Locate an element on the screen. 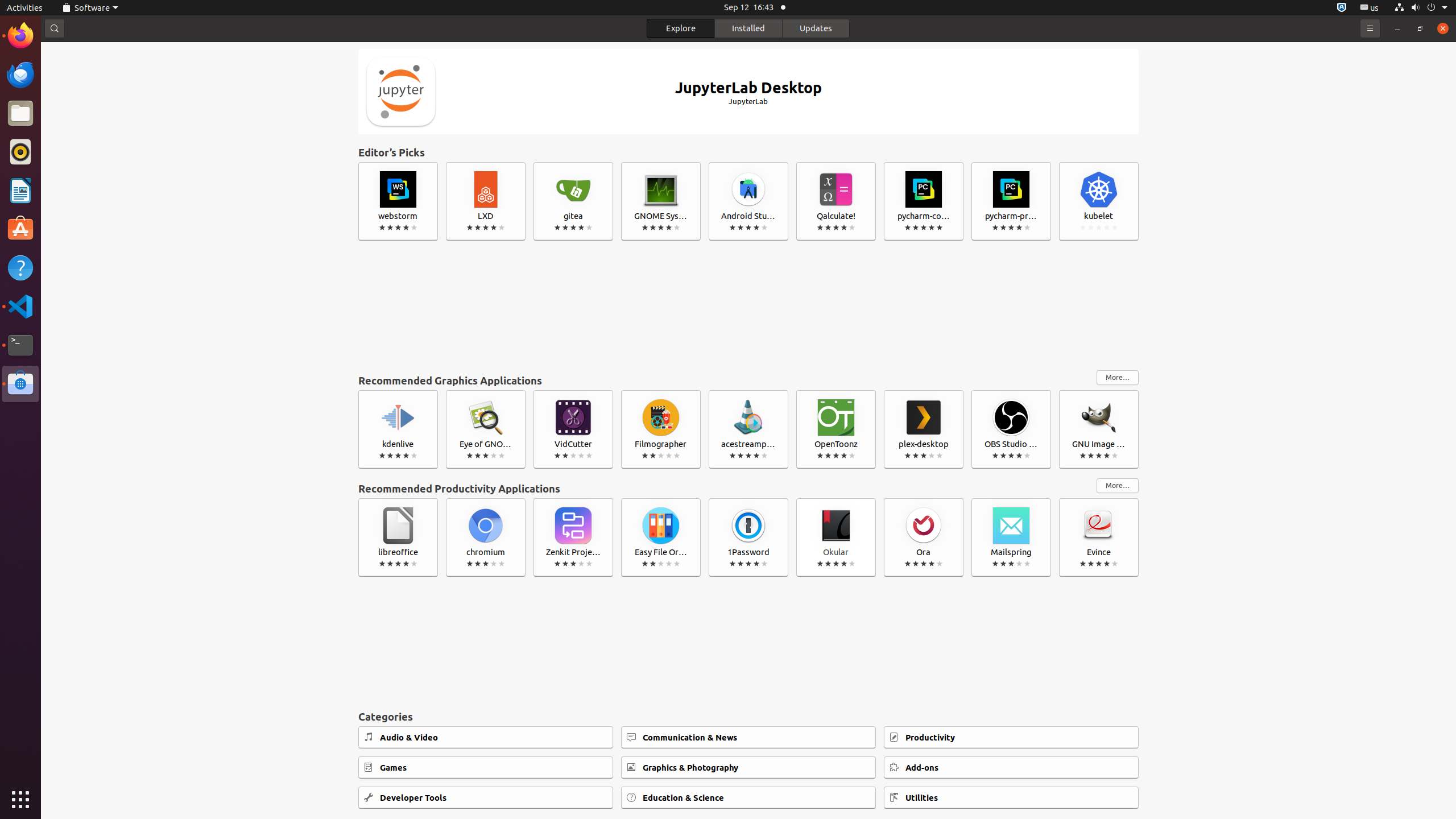 The width and height of the screenshot is (1456, 819). 'acestreamplayer' is located at coordinates (748, 429).